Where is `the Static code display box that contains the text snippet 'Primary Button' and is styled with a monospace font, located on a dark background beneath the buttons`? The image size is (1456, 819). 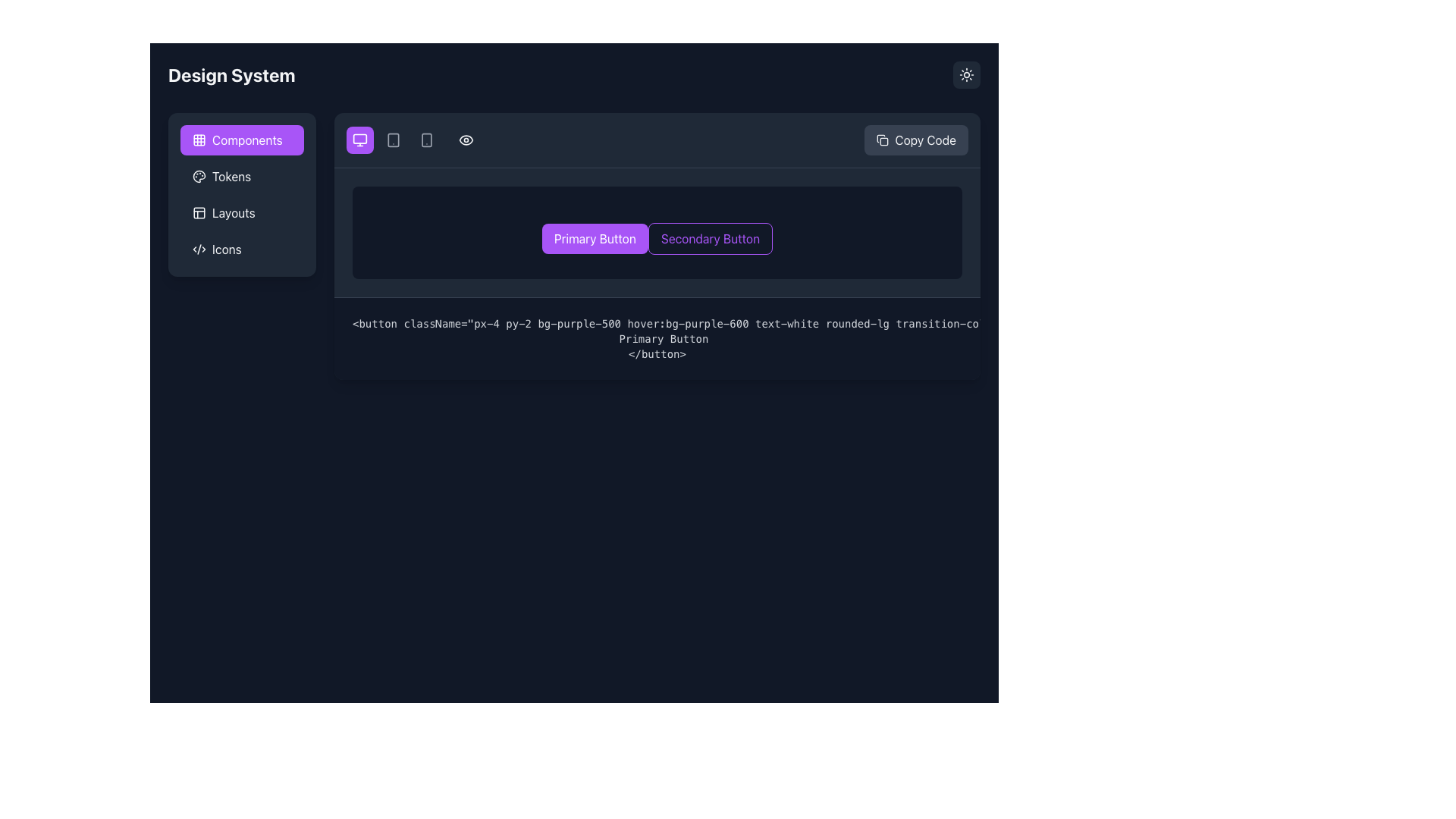 the Static code display box that contains the text snippet 'Primary Button' and is styled with a monospace font, located on a dark background beneath the buttons is located at coordinates (684, 338).